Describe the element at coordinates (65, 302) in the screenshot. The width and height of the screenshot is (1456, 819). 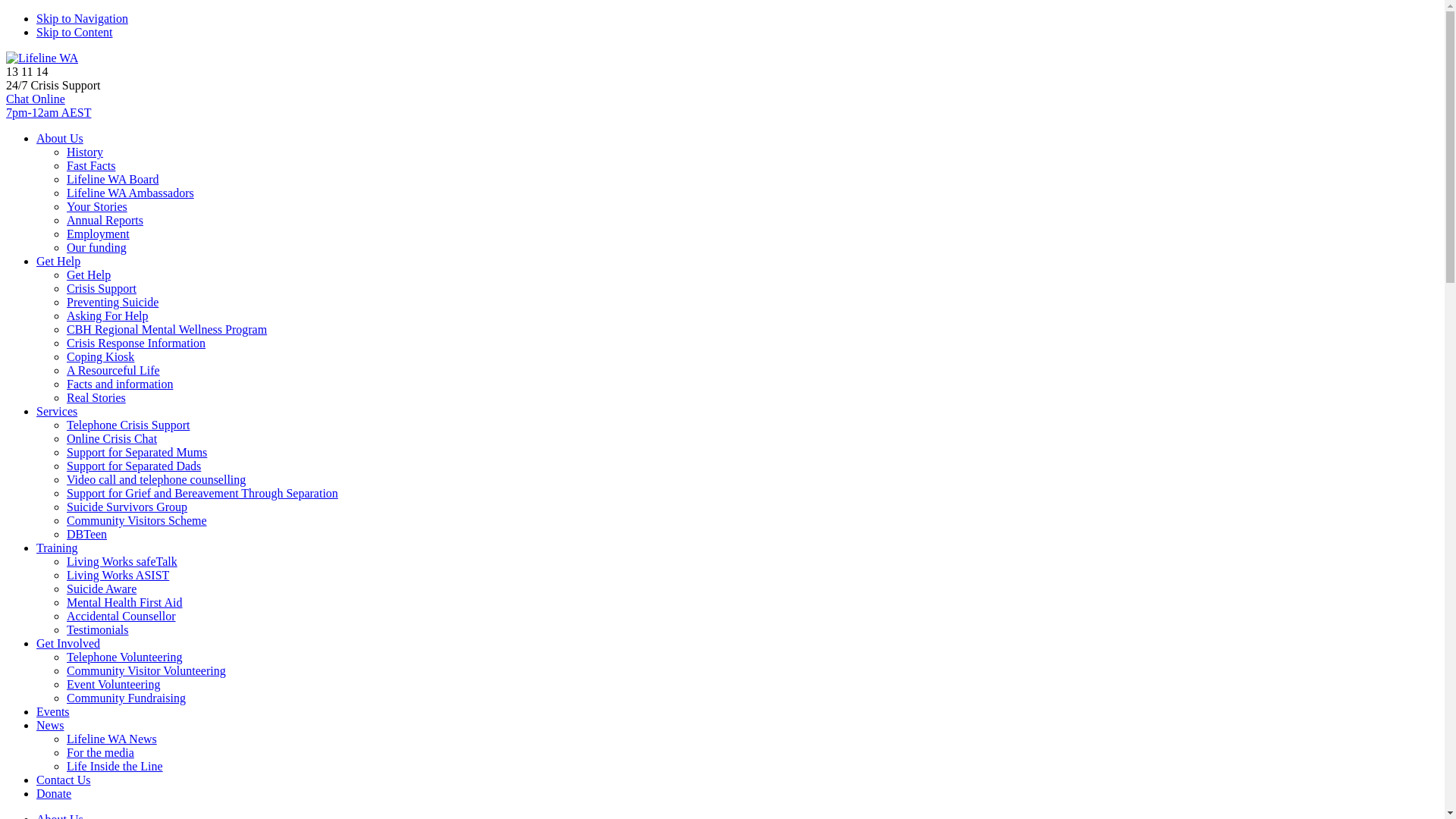
I see `'Preventing Suicide'` at that location.